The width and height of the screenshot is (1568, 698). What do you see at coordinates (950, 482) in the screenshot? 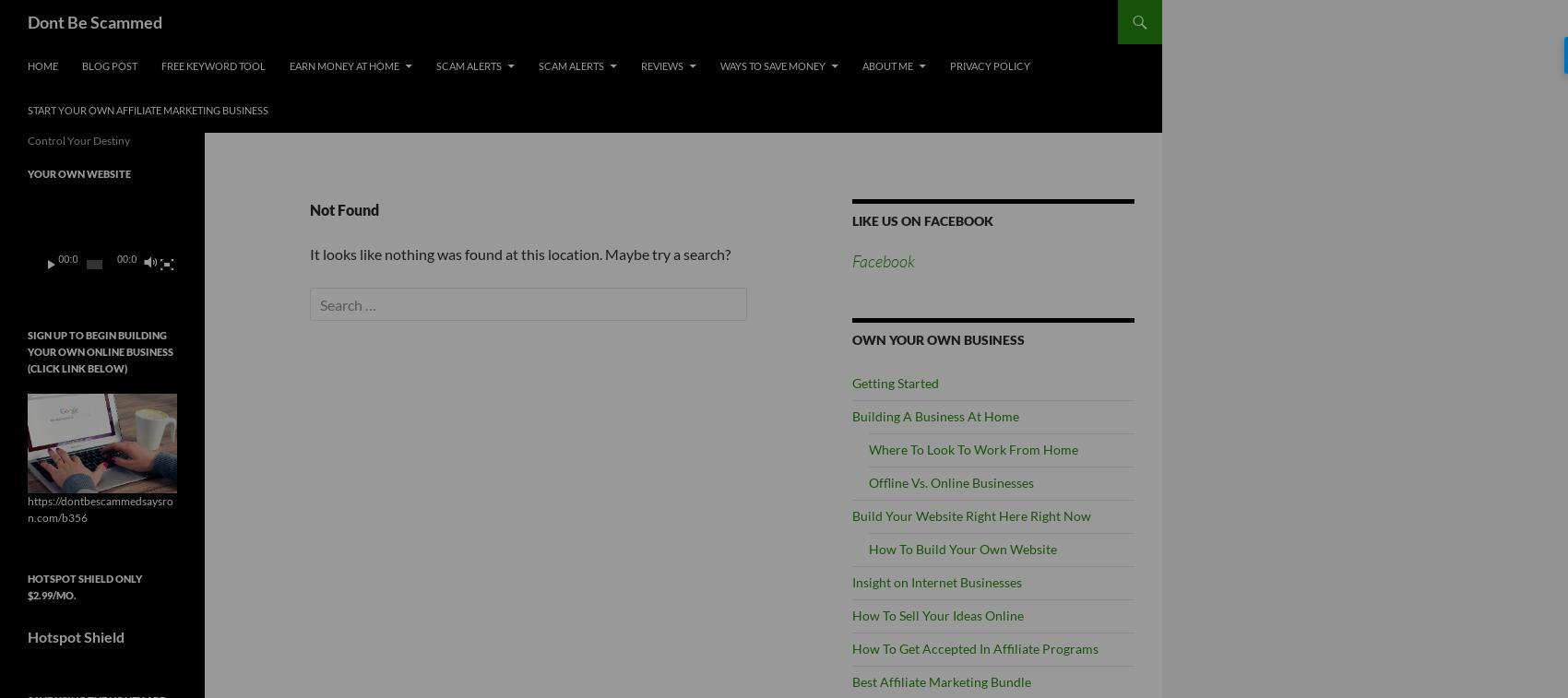
I see `'Offline Vs. Online Businesses'` at bounding box center [950, 482].